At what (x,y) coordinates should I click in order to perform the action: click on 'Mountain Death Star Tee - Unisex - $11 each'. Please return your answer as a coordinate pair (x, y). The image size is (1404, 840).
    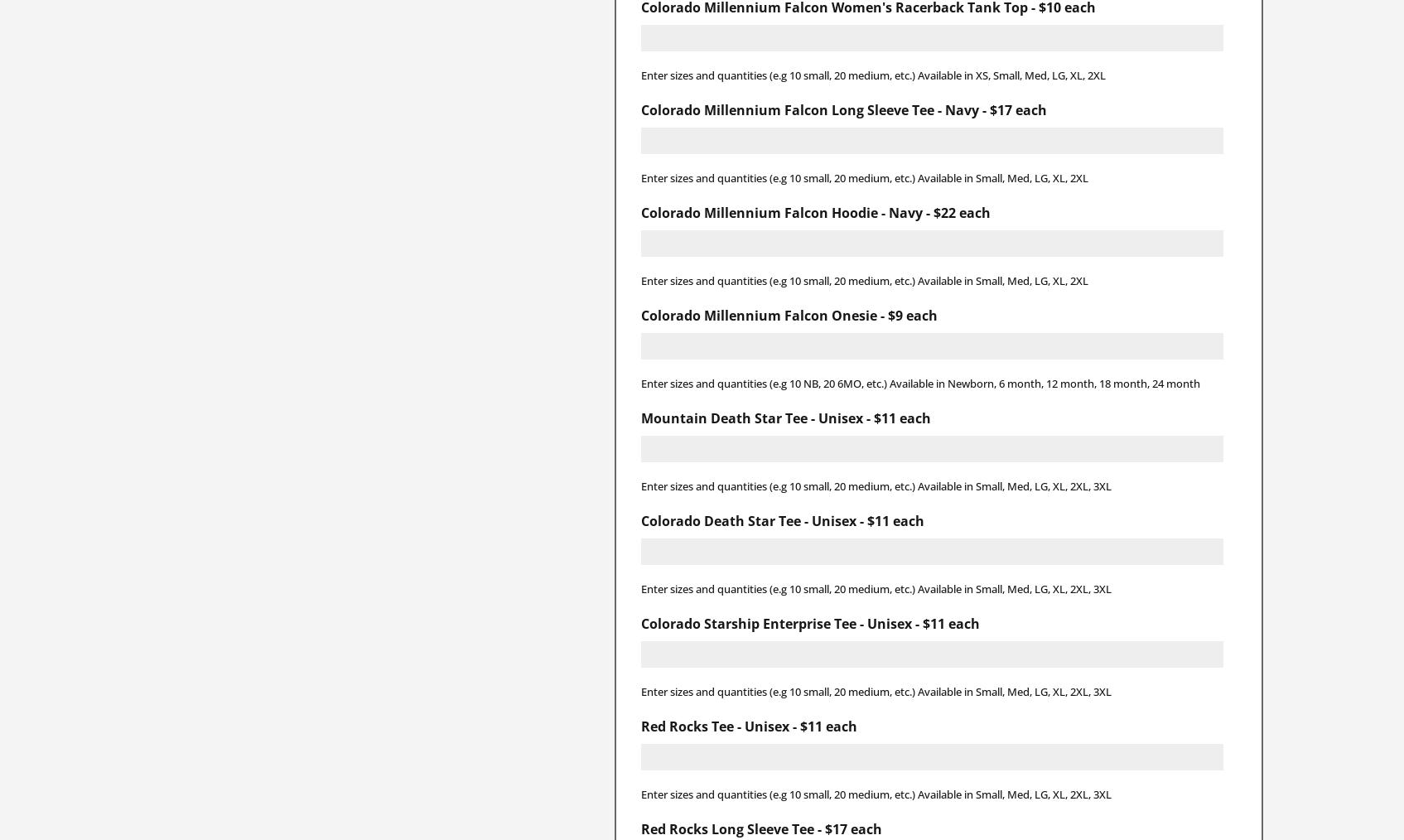
    Looking at the image, I should click on (785, 417).